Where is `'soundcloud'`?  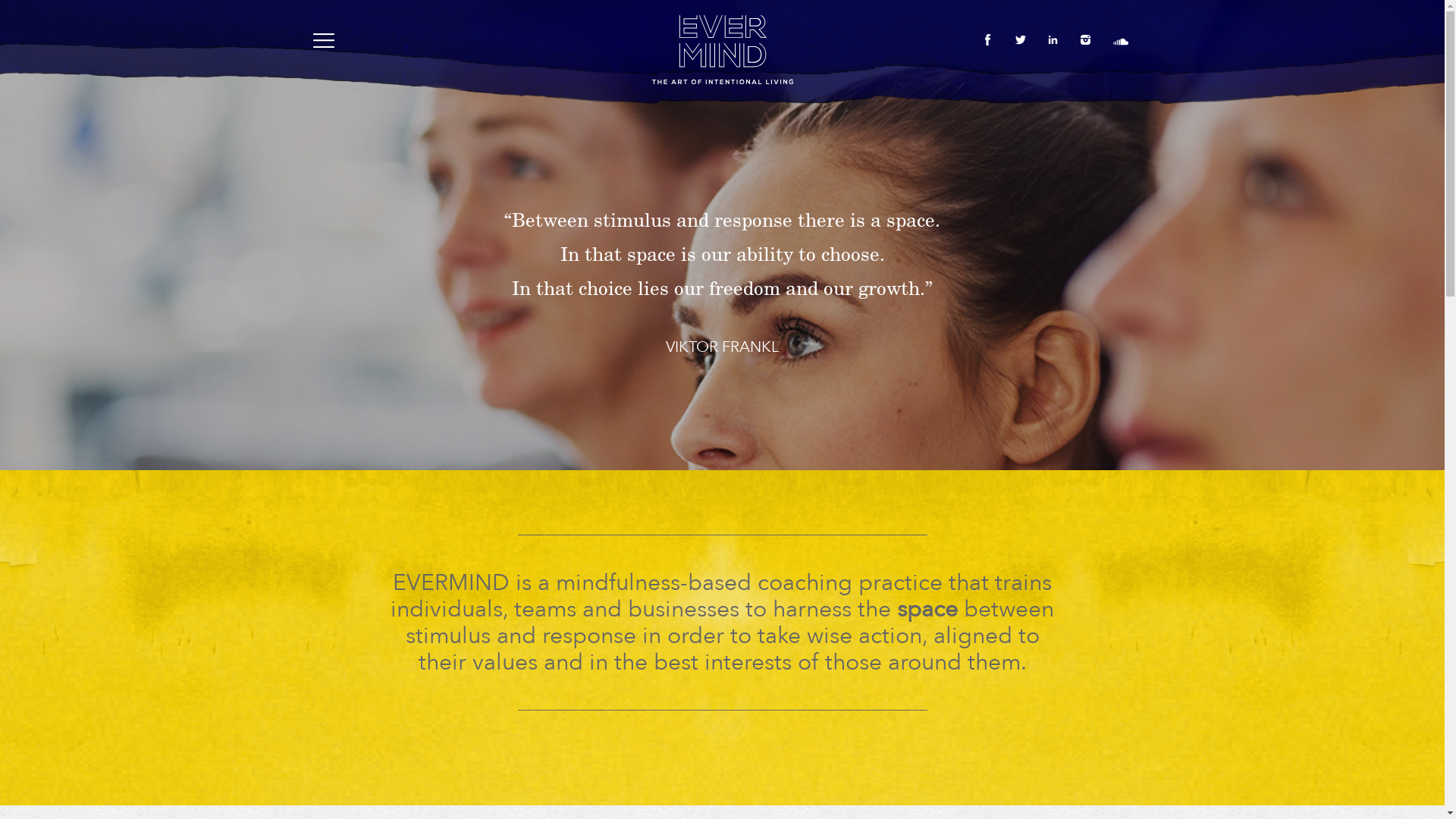
'soundcloud' is located at coordinates (1121, 40).